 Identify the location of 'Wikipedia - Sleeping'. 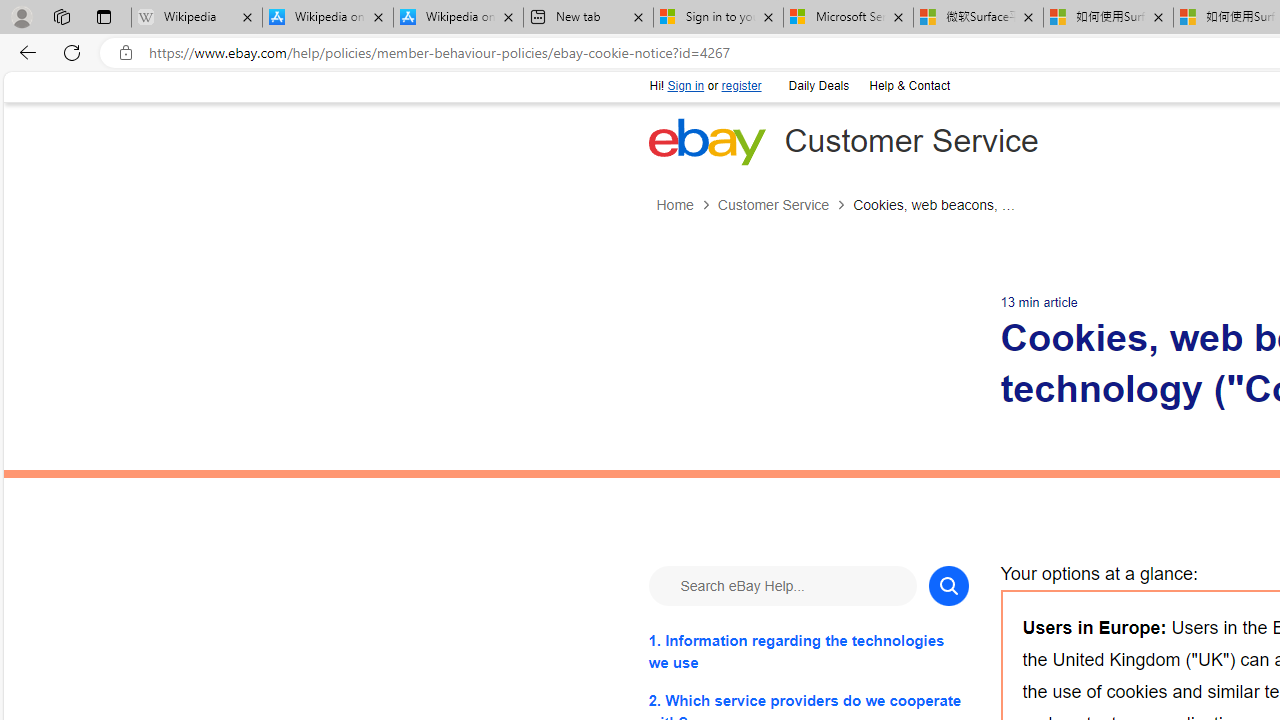
(197, 17).